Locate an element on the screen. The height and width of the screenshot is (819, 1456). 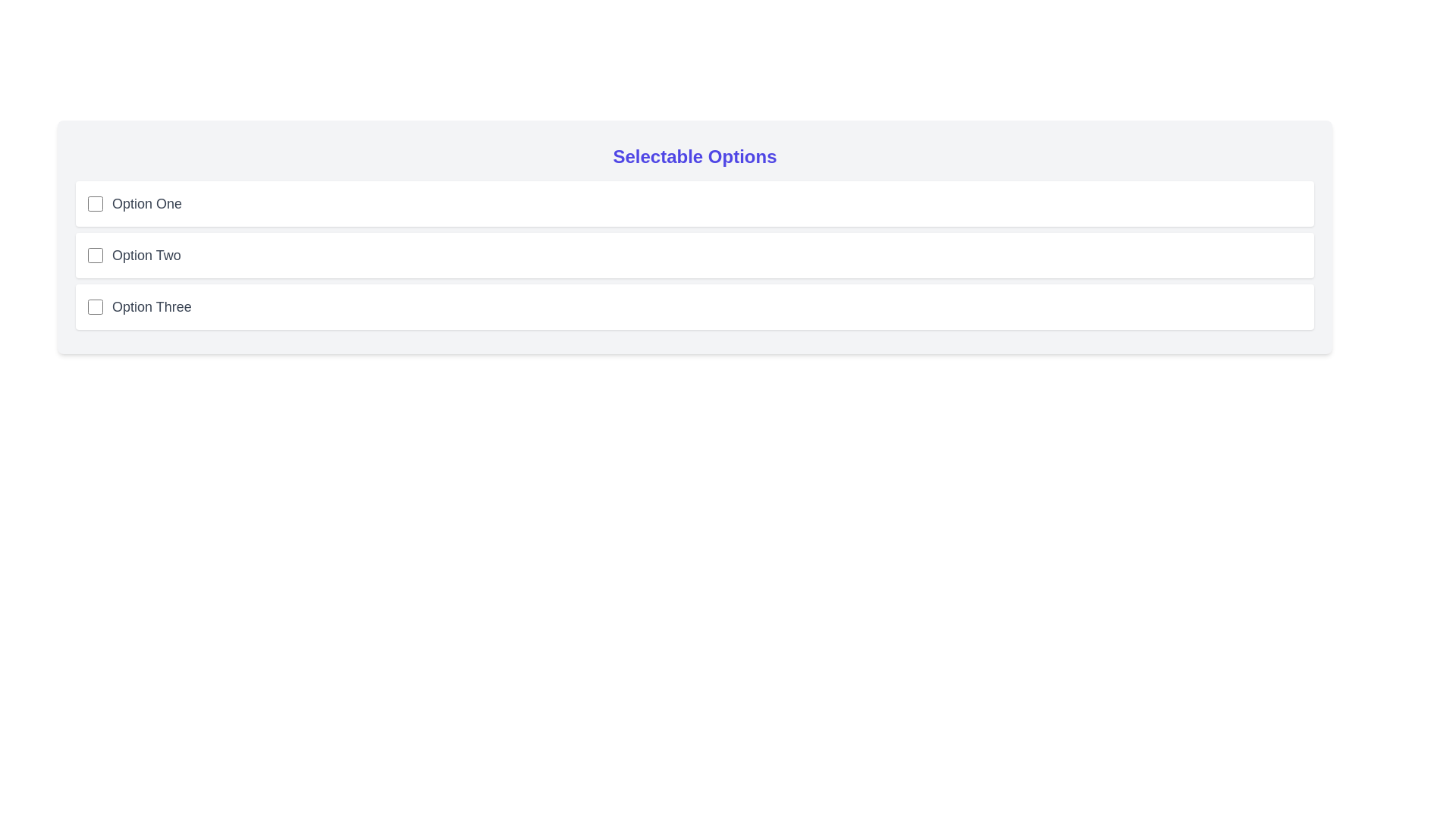
the space surrounding the option Option Three is located at coordinates (75, 284).